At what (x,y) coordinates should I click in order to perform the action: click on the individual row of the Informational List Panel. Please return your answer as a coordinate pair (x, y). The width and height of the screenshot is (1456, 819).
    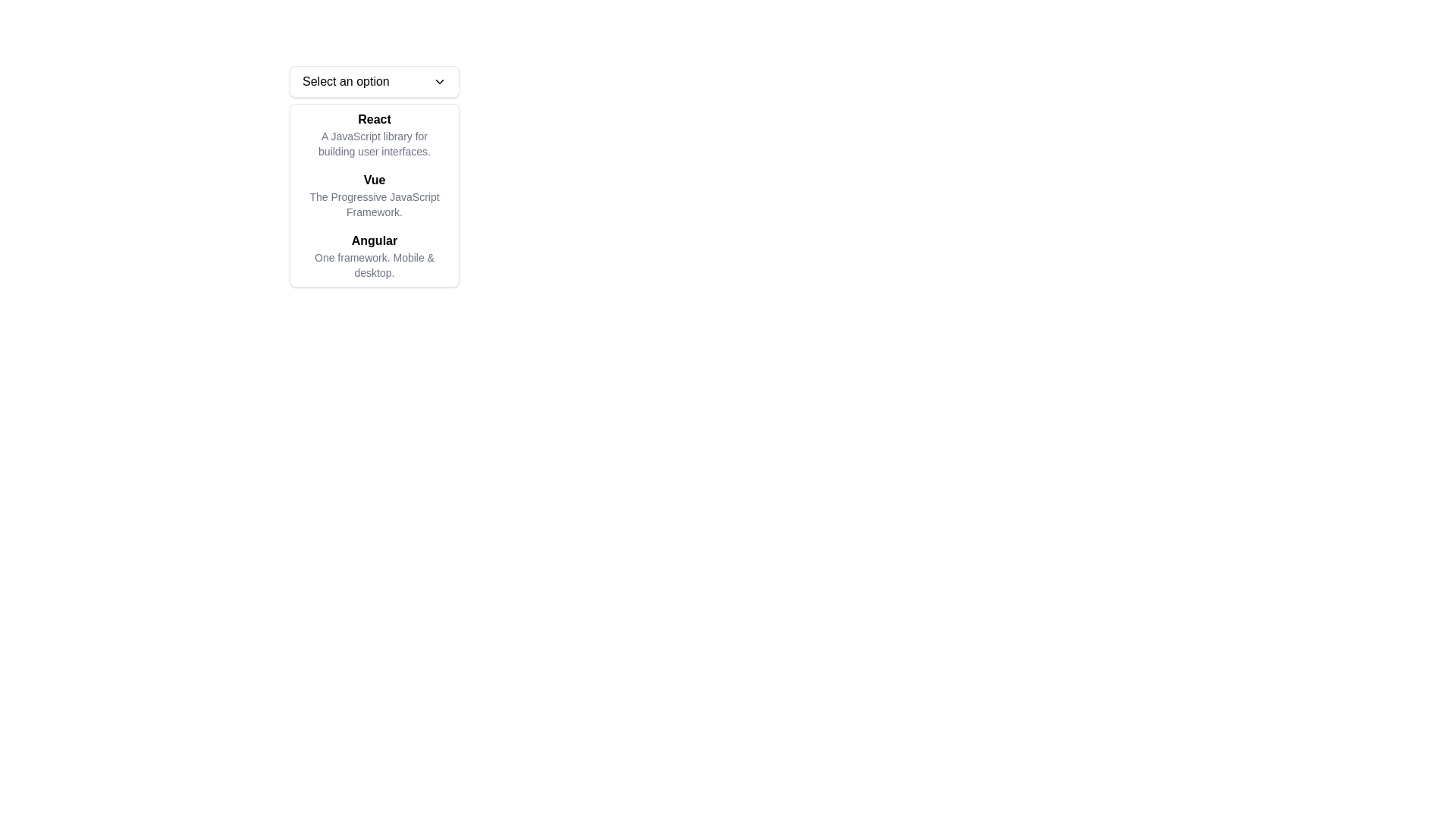
    Looking at the image, I should click on (375, 195).